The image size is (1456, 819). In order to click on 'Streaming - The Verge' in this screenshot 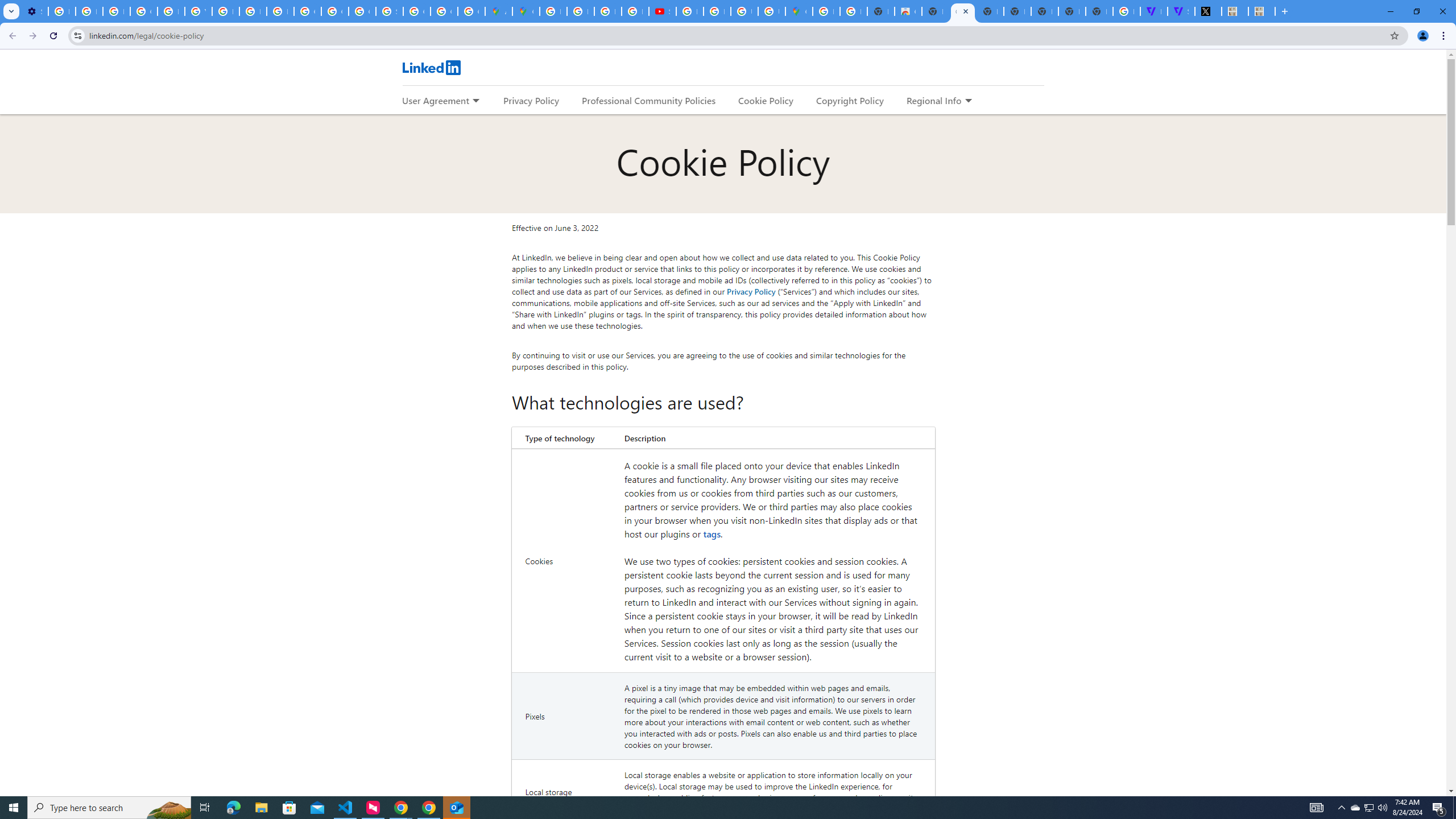, I will do `click(1180, 11)`.